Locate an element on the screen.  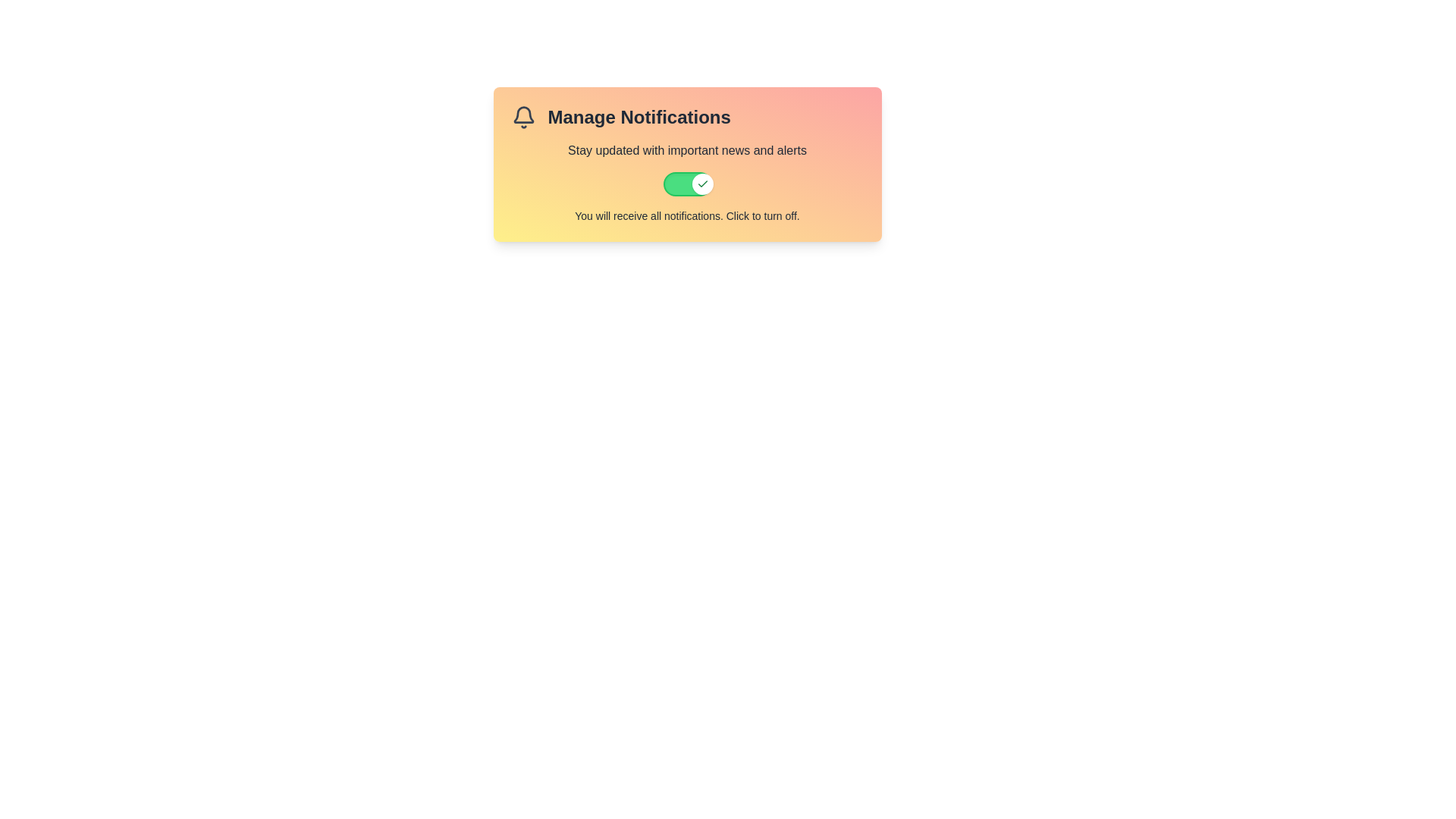
descriptive text of the Interactive toggle control located within the 'Manage Notifications' card, which indicates the current state of notifications is located at coordinates (686, 181).